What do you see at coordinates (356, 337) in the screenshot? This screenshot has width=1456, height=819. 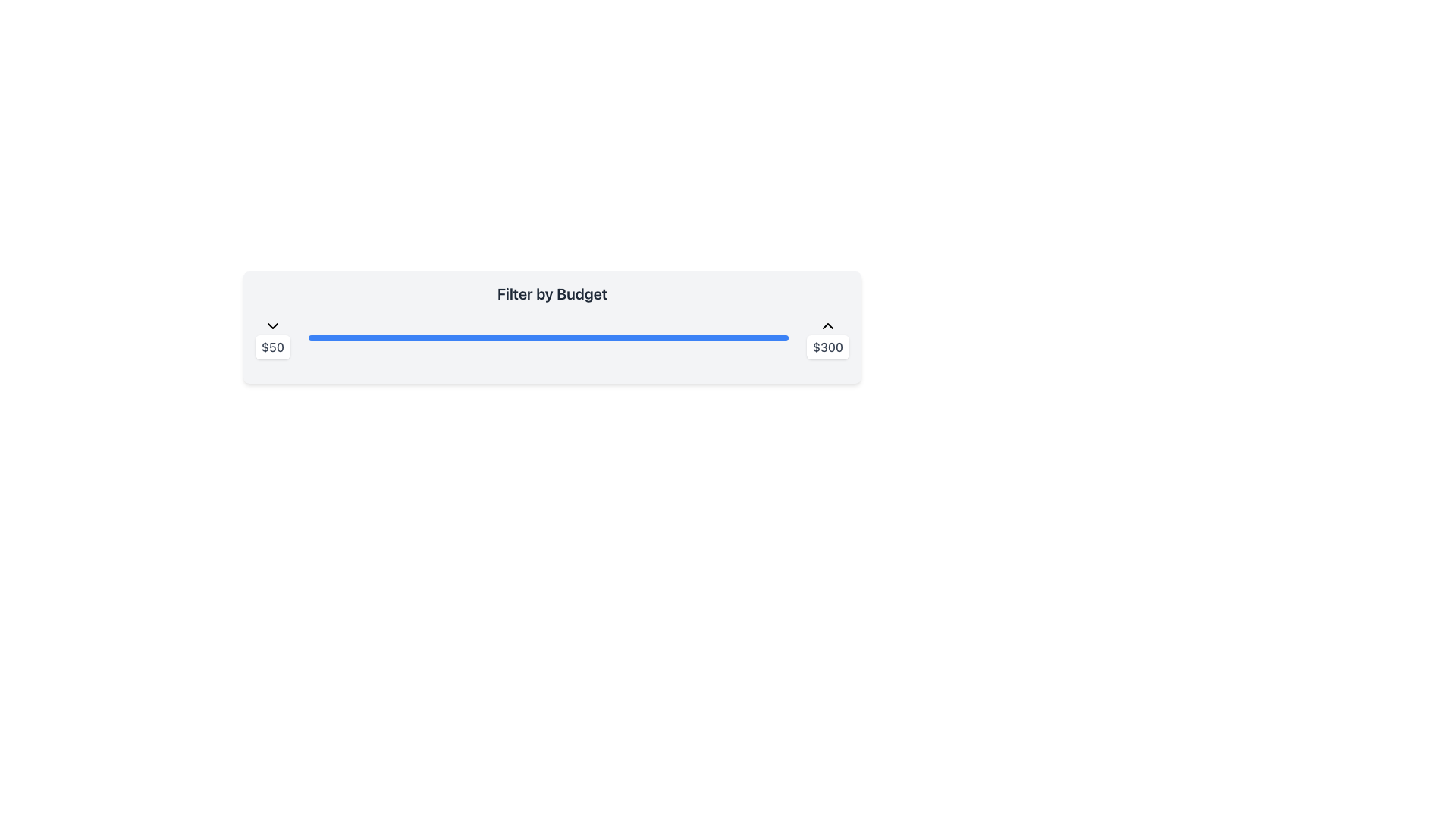 I see `the value of the slider` at bounding box center [356, 337].